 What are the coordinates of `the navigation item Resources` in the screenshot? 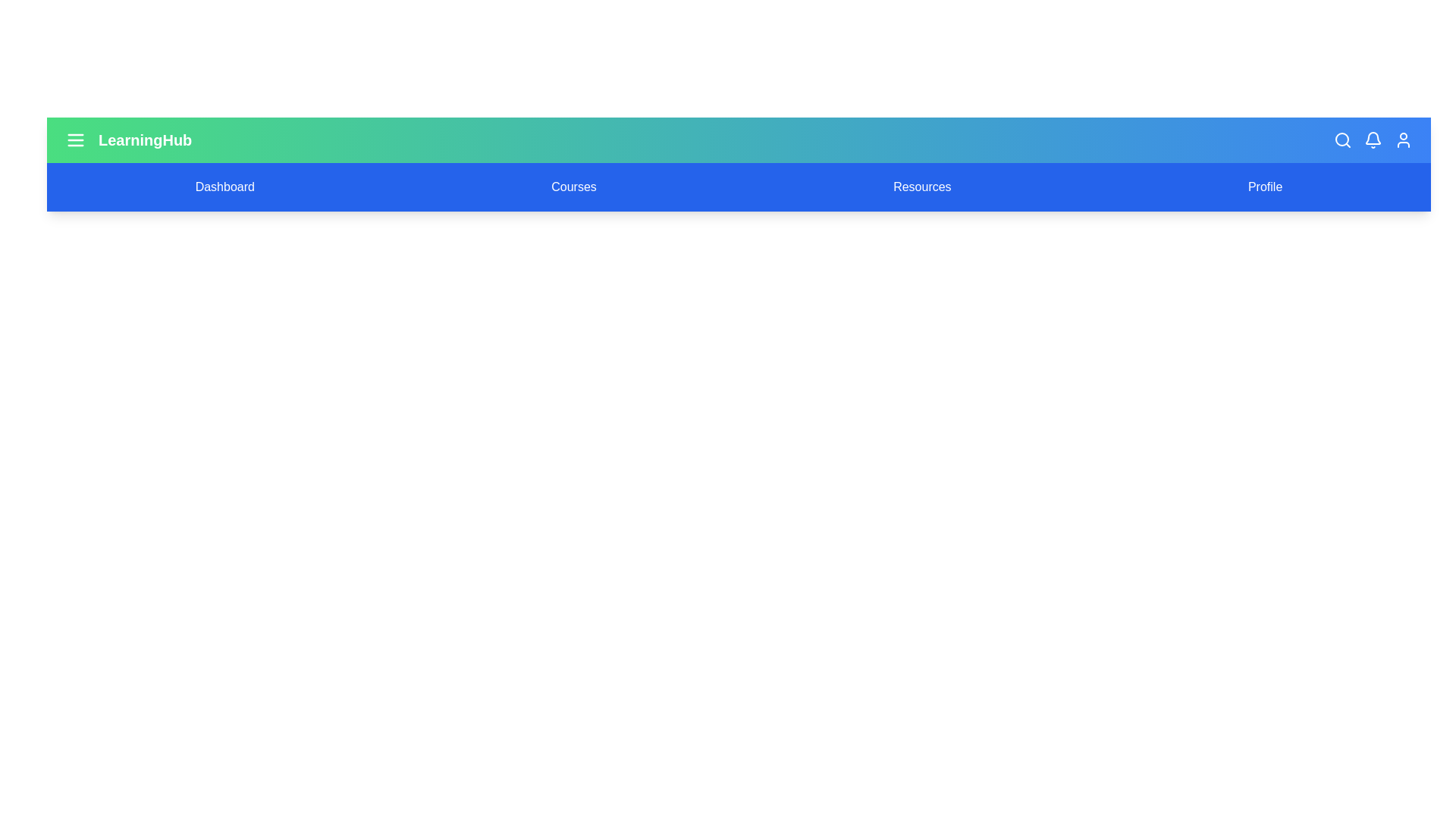 It's located at (921, 186).